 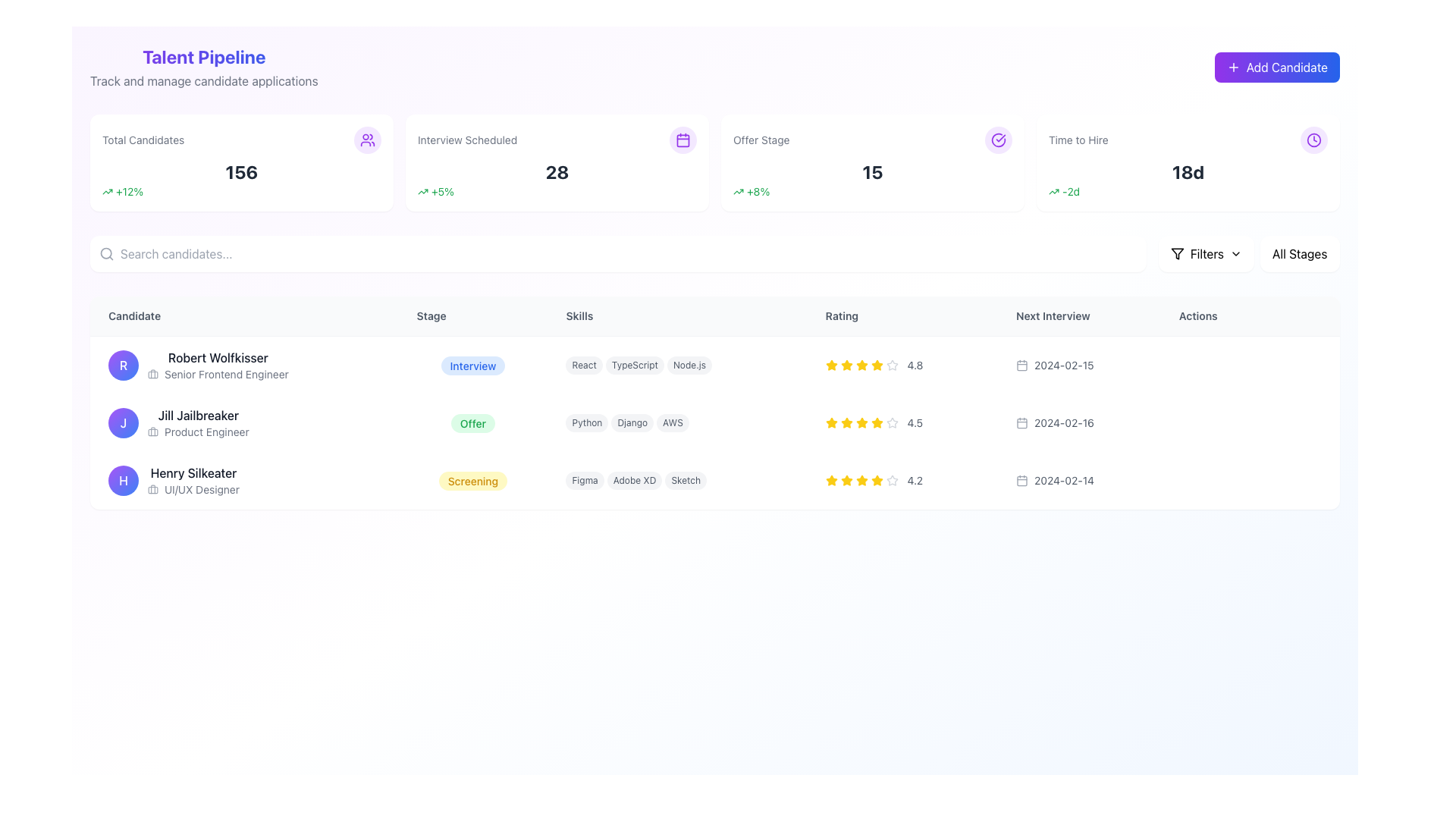 I want to click on the text label displaying '4.8' in gray color located in the 'Rating' column of the first row in the data table, positioned to the right of the five-star rating system, so click(x=914, y=366).